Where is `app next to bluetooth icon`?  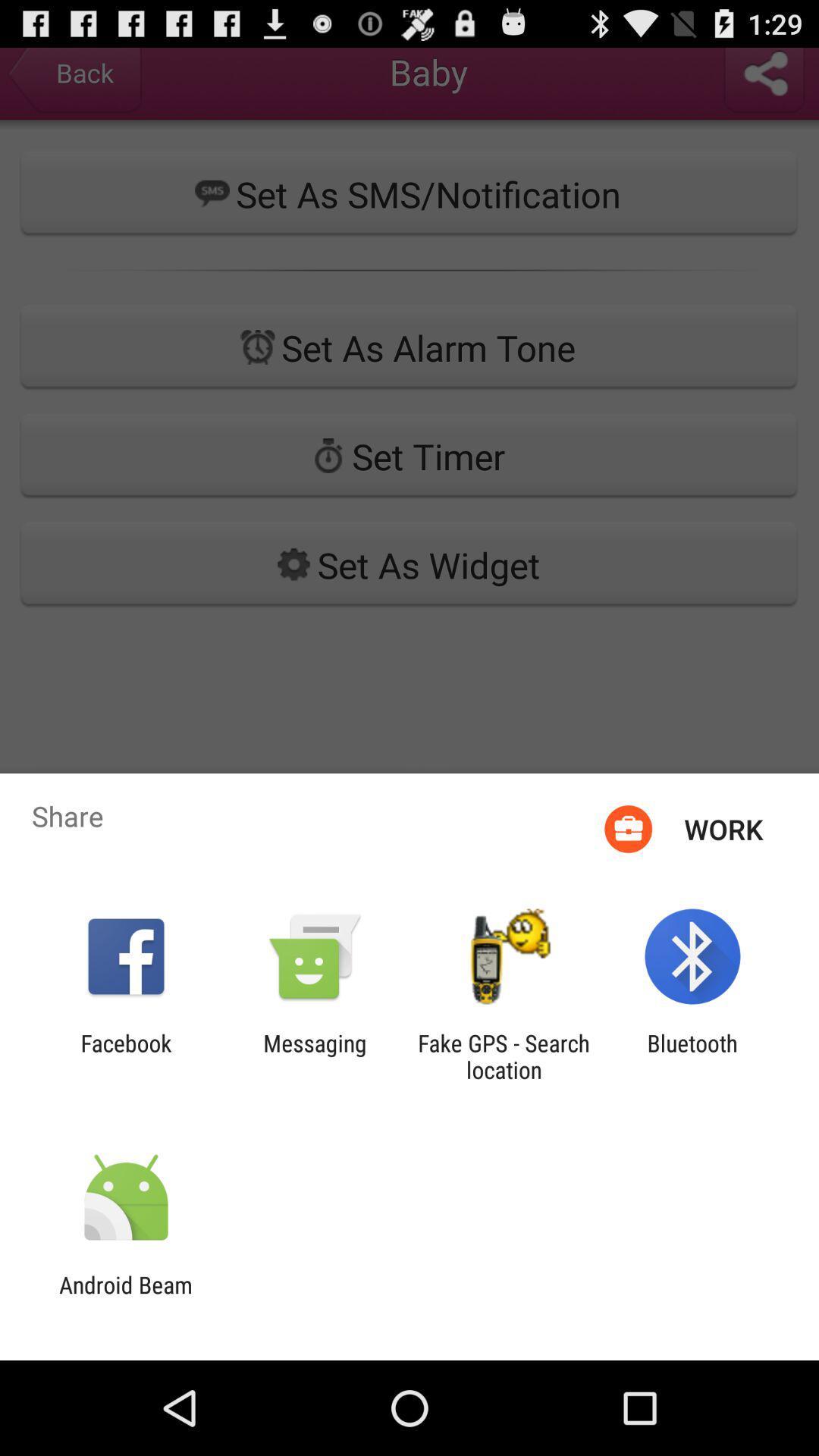
app next to bluetooth icon is located at coordinates (504, 1056).